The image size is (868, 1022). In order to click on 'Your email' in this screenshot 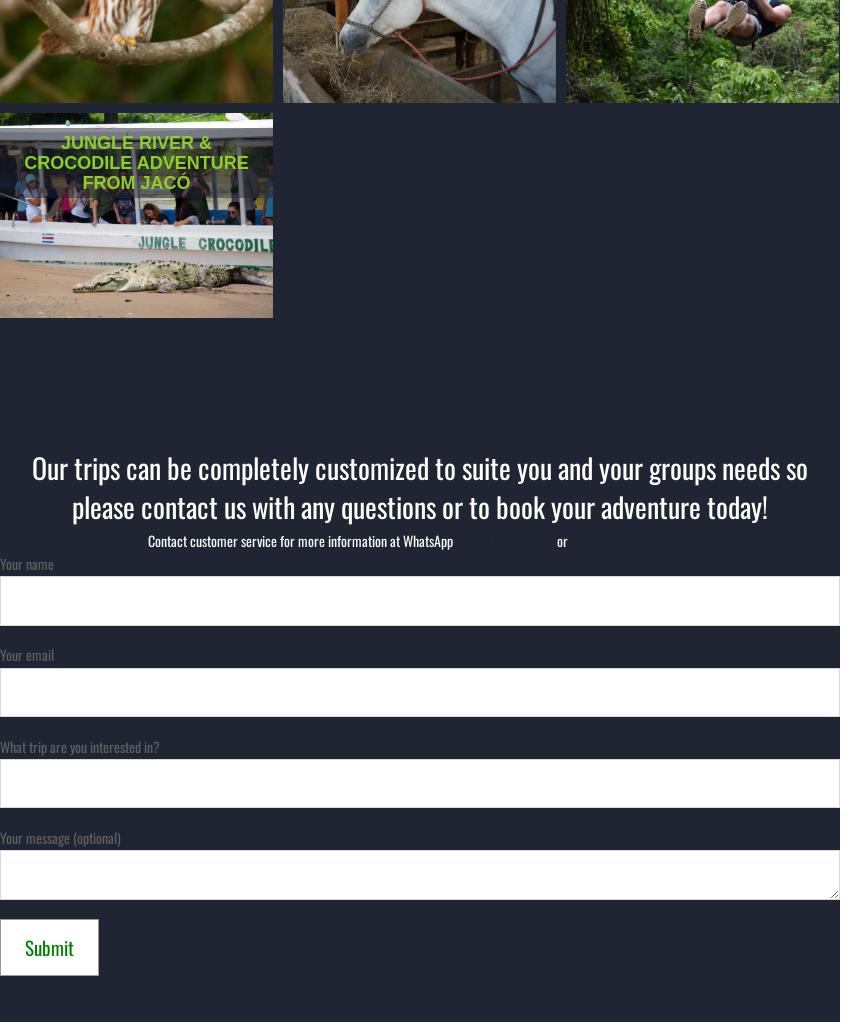, I will do `click(26, 654)`.